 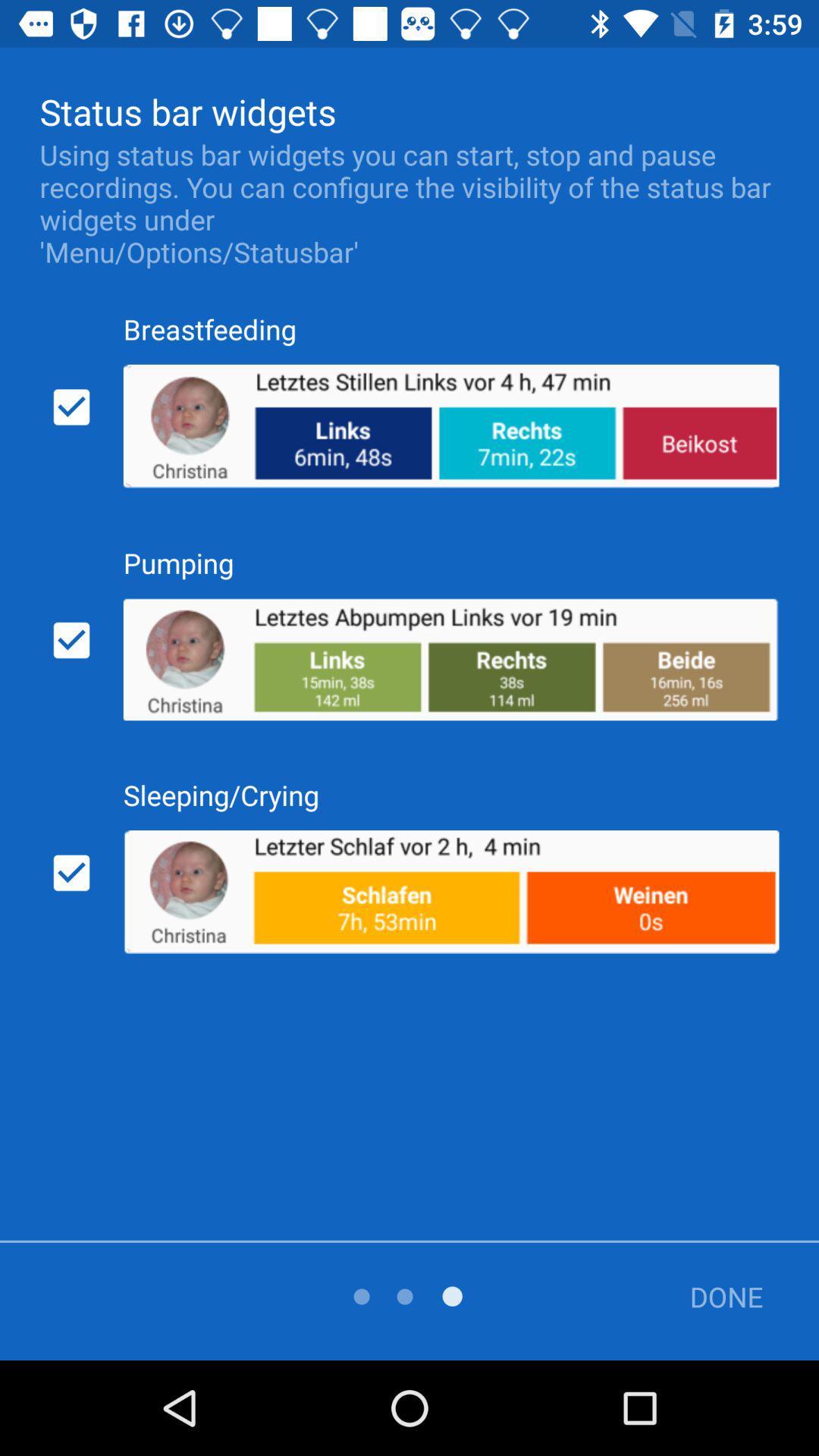 I want to click on pumping status bar widget, so click(x=71, y=640).